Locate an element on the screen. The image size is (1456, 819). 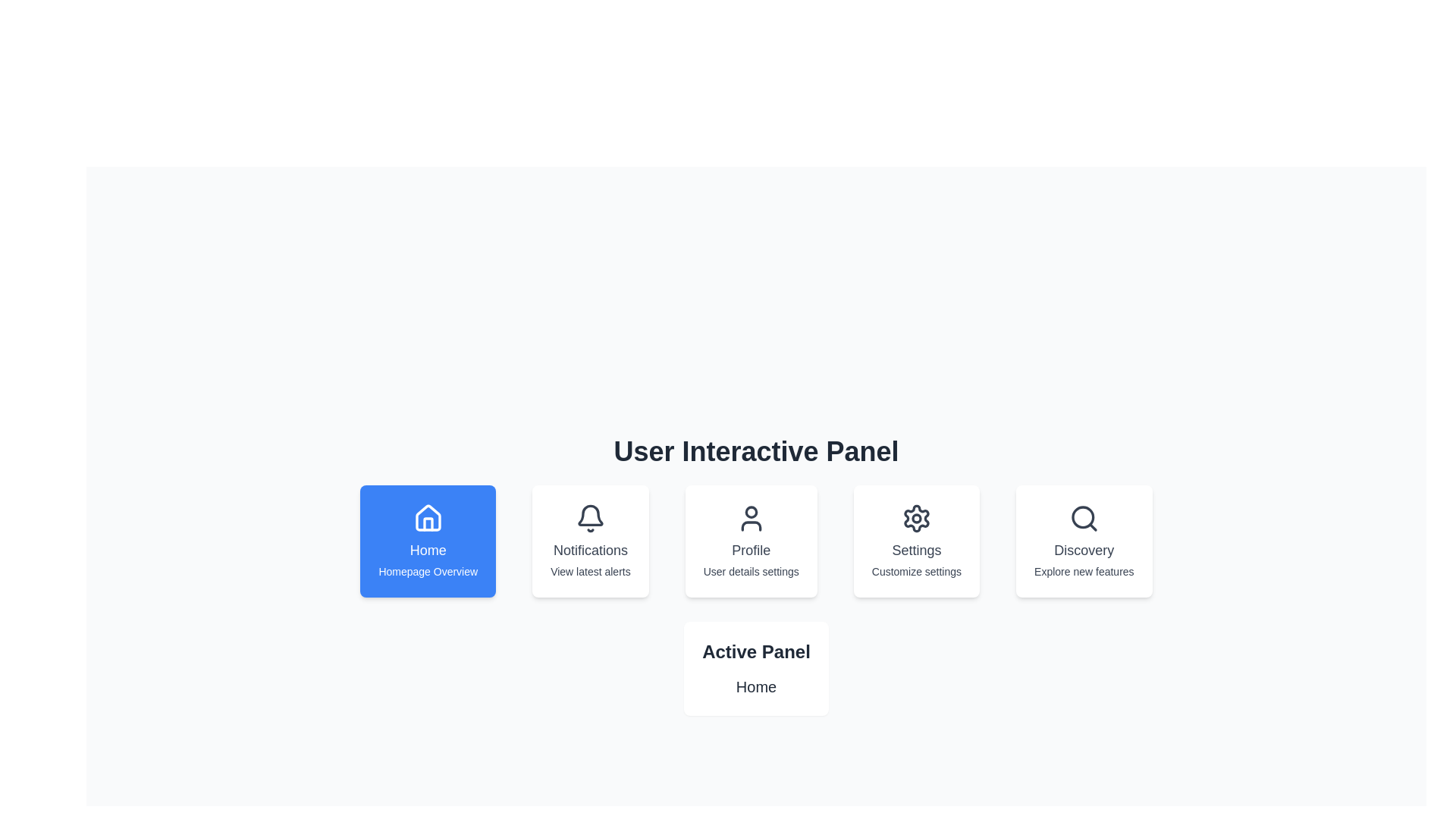
the text label displaying 'Customize settings', which is styled in dark gray on a white background and located below the 'Settings' title and gear icon in the 'Settings' card is located at coordinates (915, 571).